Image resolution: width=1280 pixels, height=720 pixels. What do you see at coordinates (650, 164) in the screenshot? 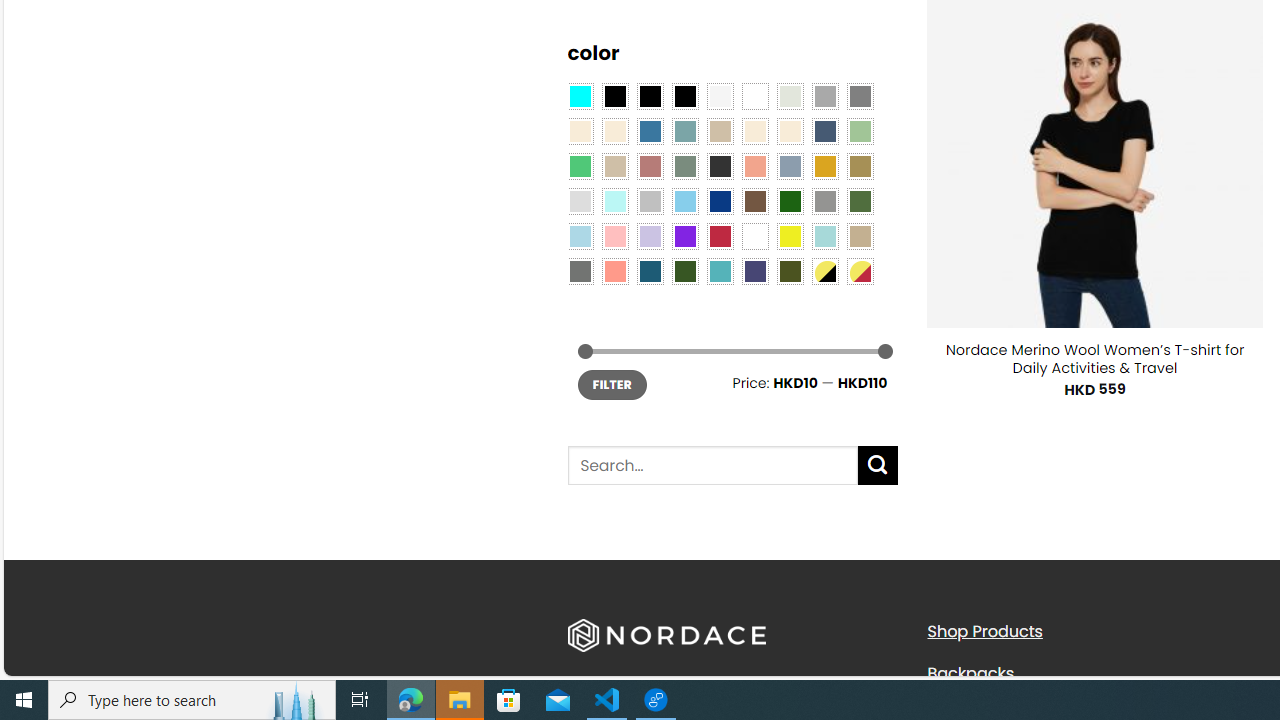
I see `'Rose'` at bounding box center [650, 164].